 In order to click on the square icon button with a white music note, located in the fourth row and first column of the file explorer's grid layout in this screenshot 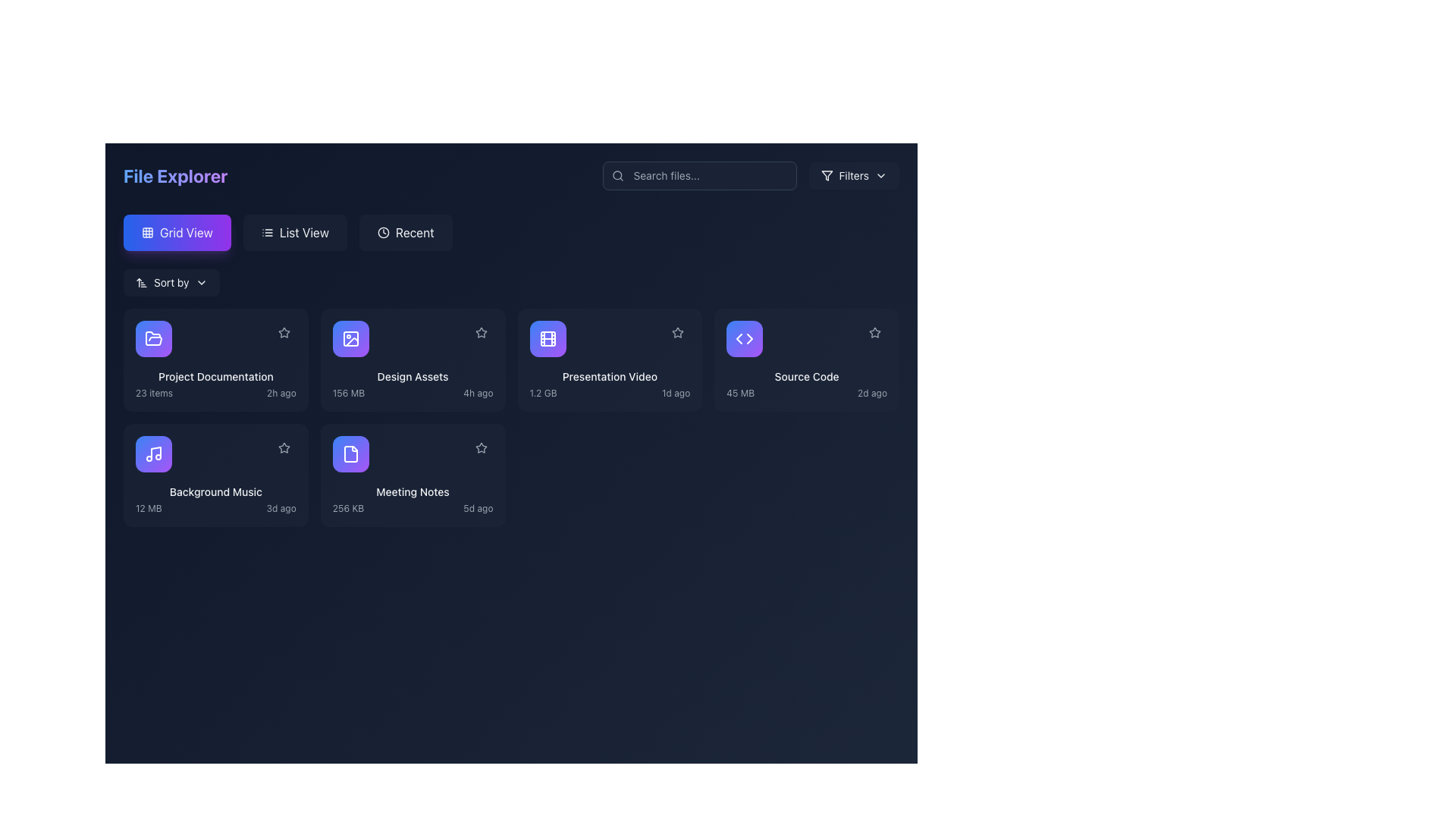, I will do `click(153, 453)`.